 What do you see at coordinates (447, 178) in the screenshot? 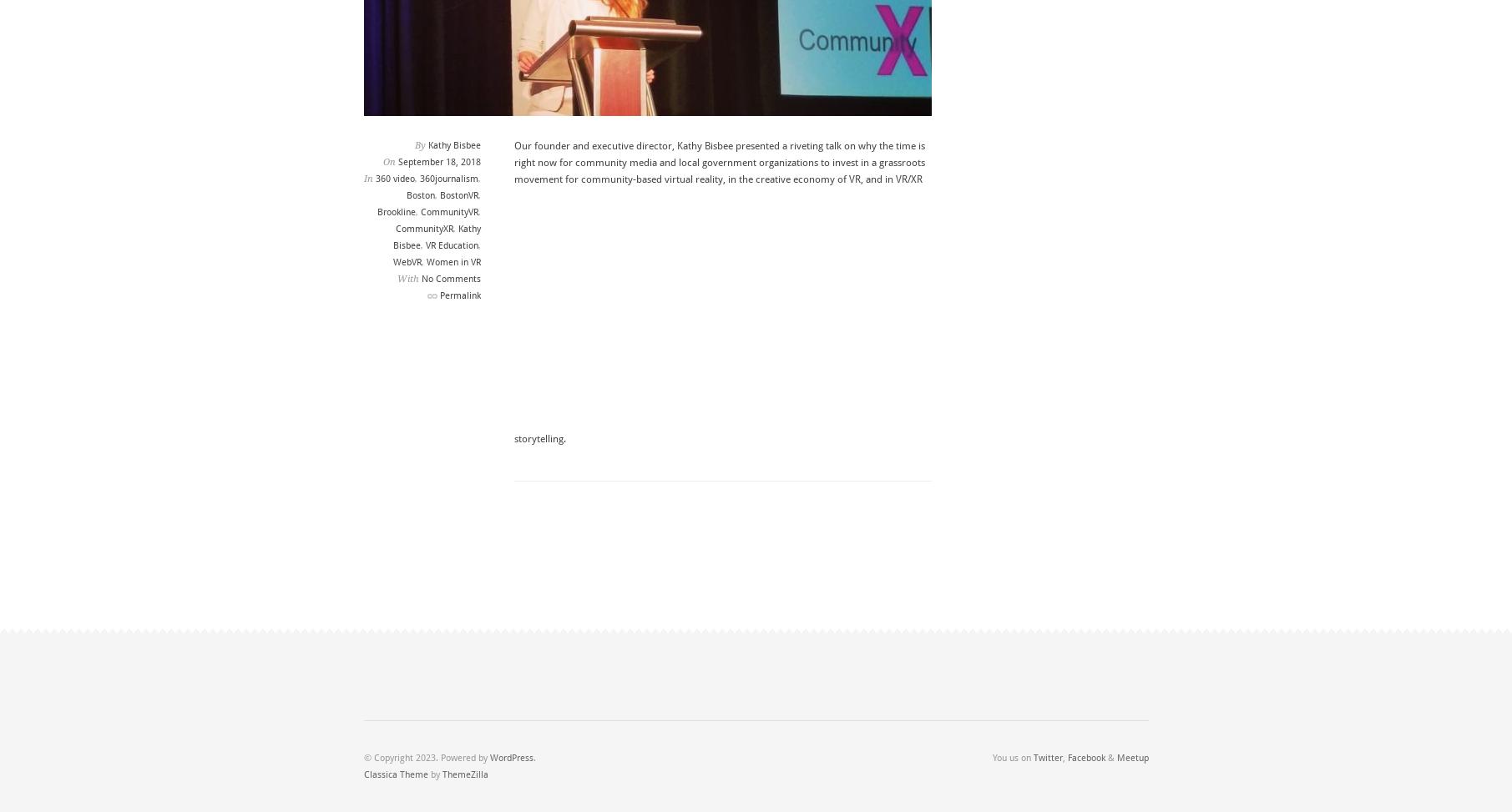
I see `'360journalism'` at bounding box center [447, 178].